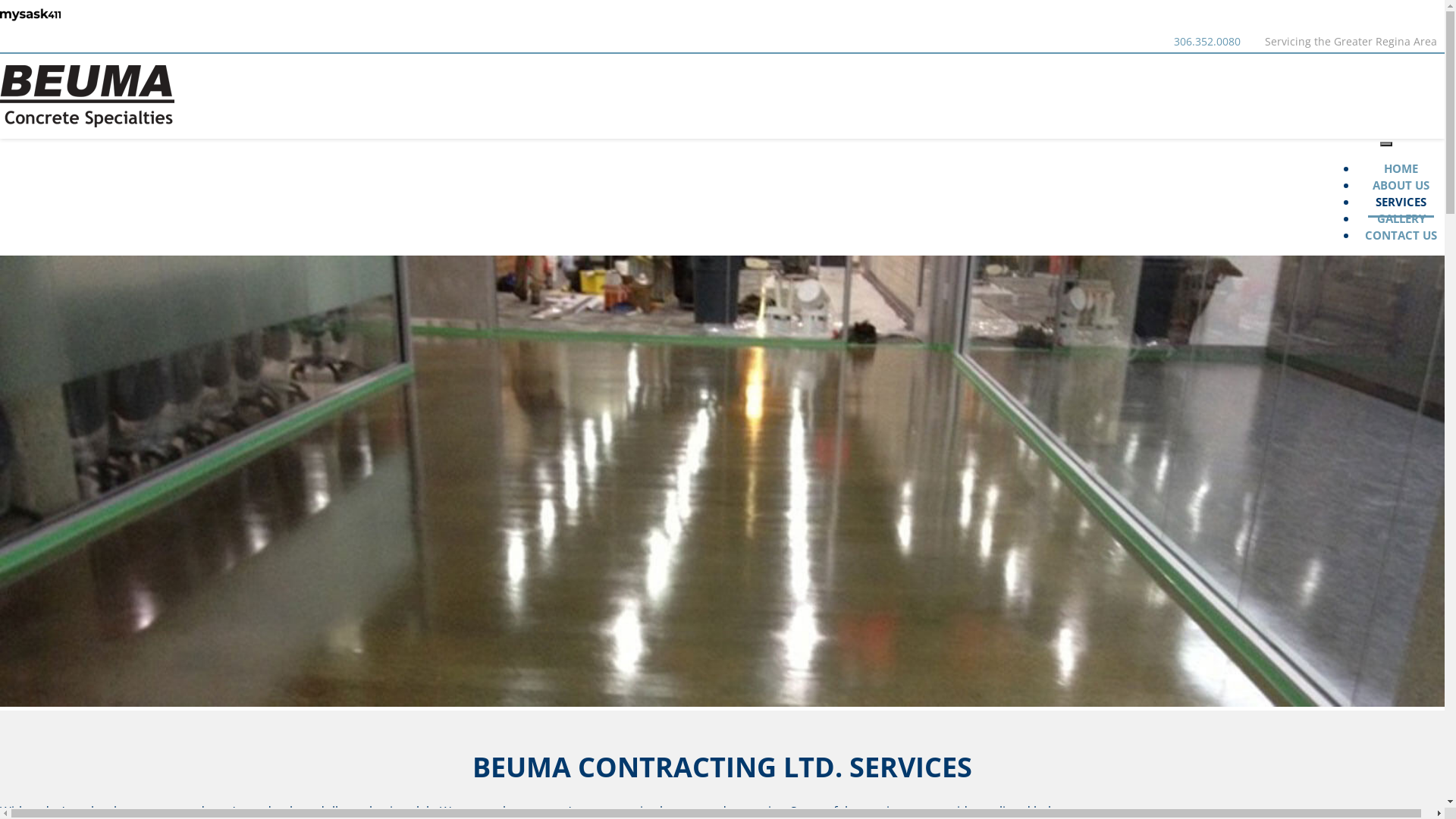 This screenshot has height=819, width=1456. I want to click on '306.352.0080', so click(1207, 40).